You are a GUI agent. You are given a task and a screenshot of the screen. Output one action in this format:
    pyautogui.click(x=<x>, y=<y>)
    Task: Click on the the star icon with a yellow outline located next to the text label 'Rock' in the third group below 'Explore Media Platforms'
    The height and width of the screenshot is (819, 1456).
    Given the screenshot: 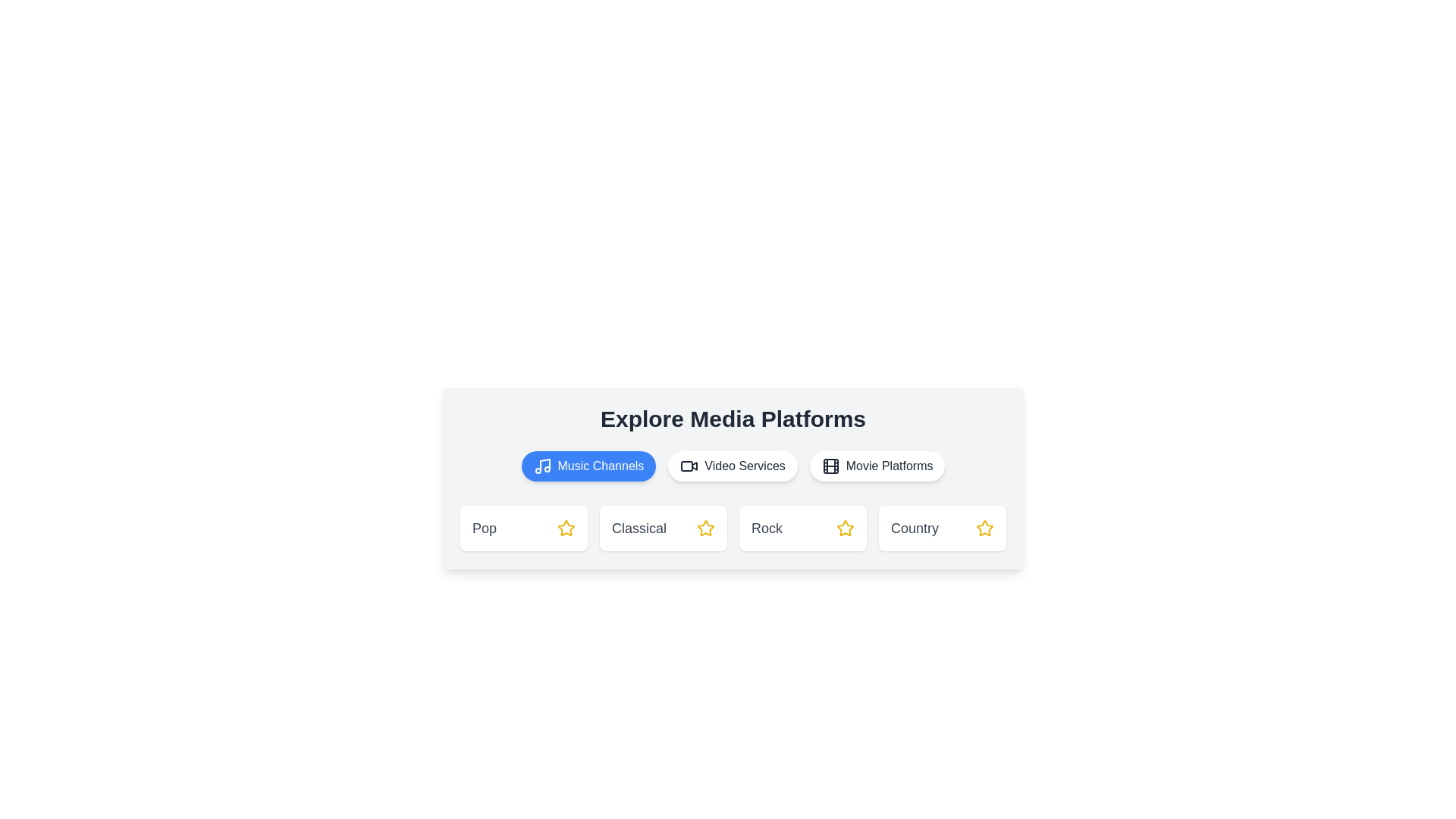 What is the action you would take?
    pyautogui.click(x=844, y=528)
    